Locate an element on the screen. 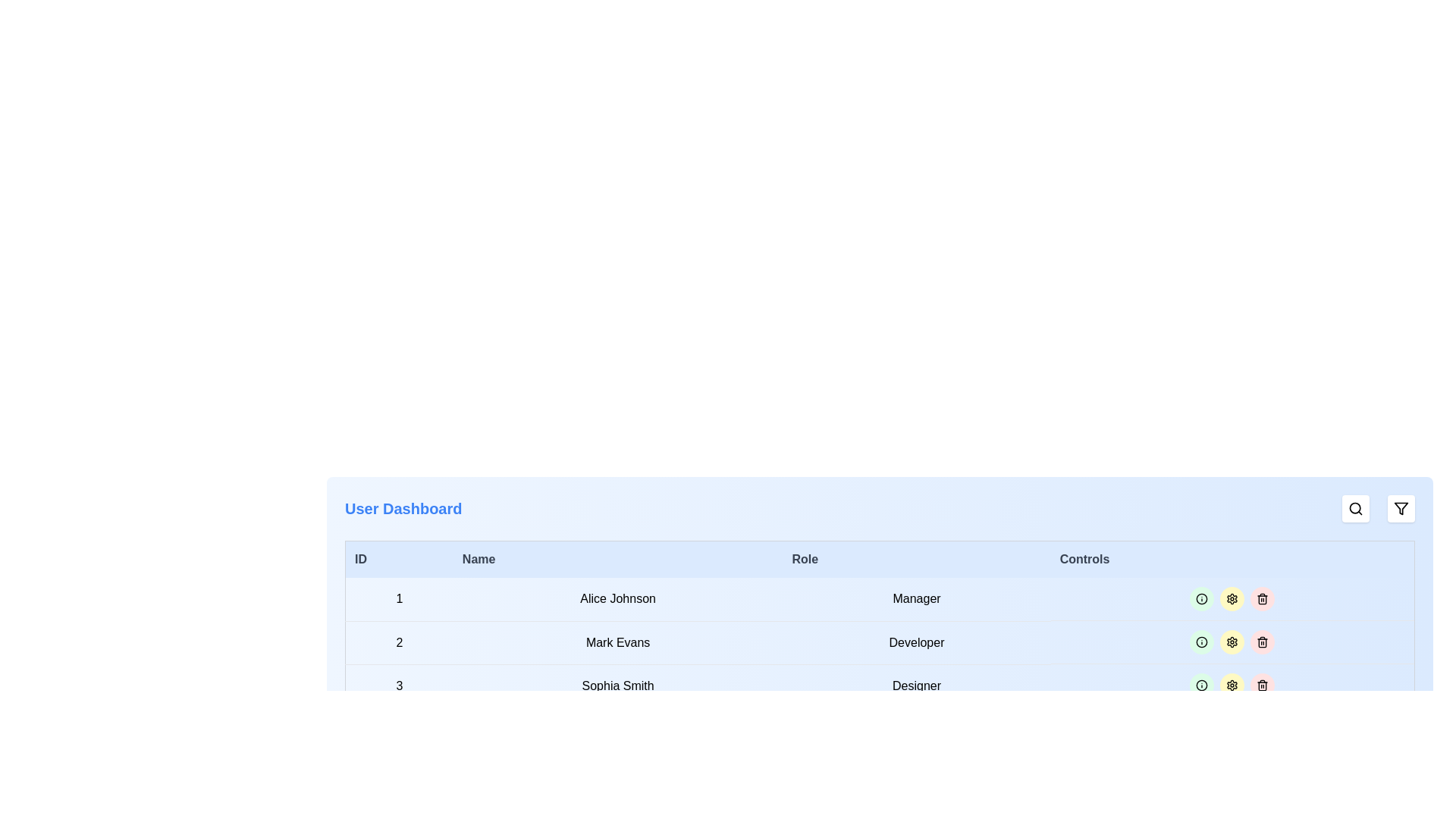 This screenshot has width=1456, height=819. the filter button, which has a white background and a funnel icon, located in the top-right corner of the user dashboard is located at coordinates (1401, 509).